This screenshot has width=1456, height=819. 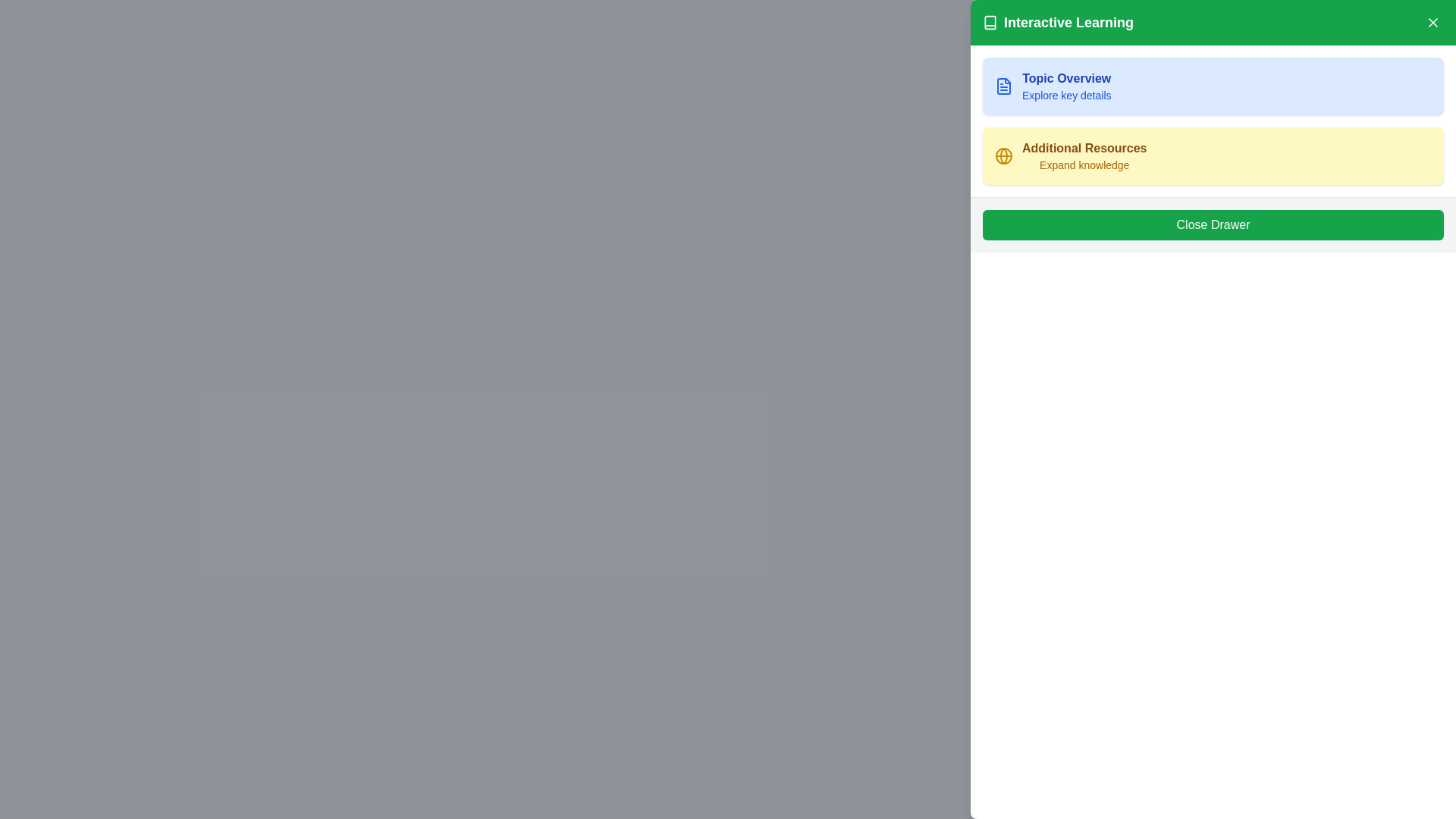 I want to click on the icon representing the 'Topic Overview' content located at the top-left within the card labeled 'Topic Overview' in the right-side drawer, so click(x=1004, y=86).